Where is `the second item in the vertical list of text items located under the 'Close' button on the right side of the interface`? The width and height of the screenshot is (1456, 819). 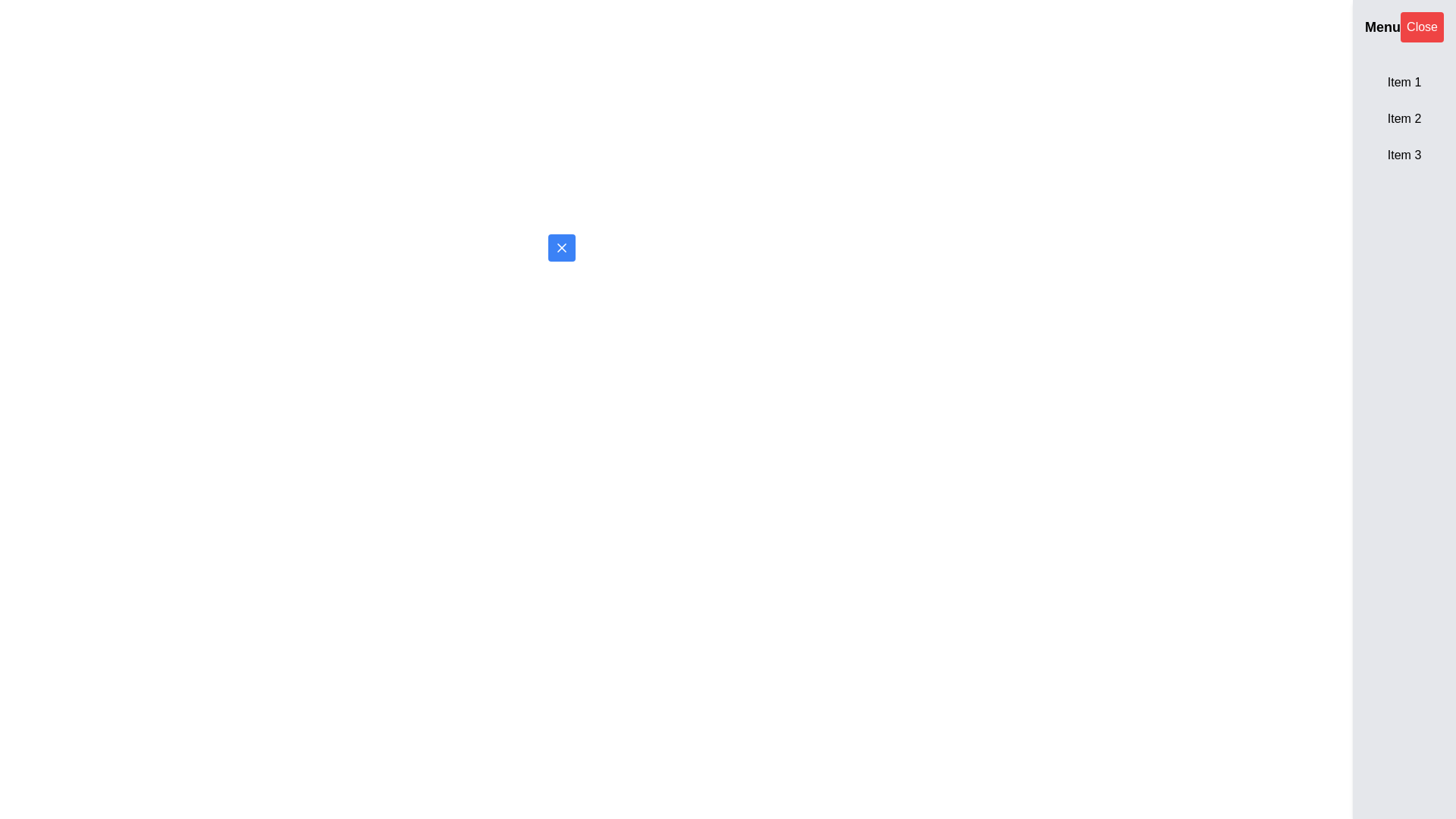
the second item in the vertical list of text items located under the 'Close' button on the right side of the interface is located at coordinates (1404, 118).